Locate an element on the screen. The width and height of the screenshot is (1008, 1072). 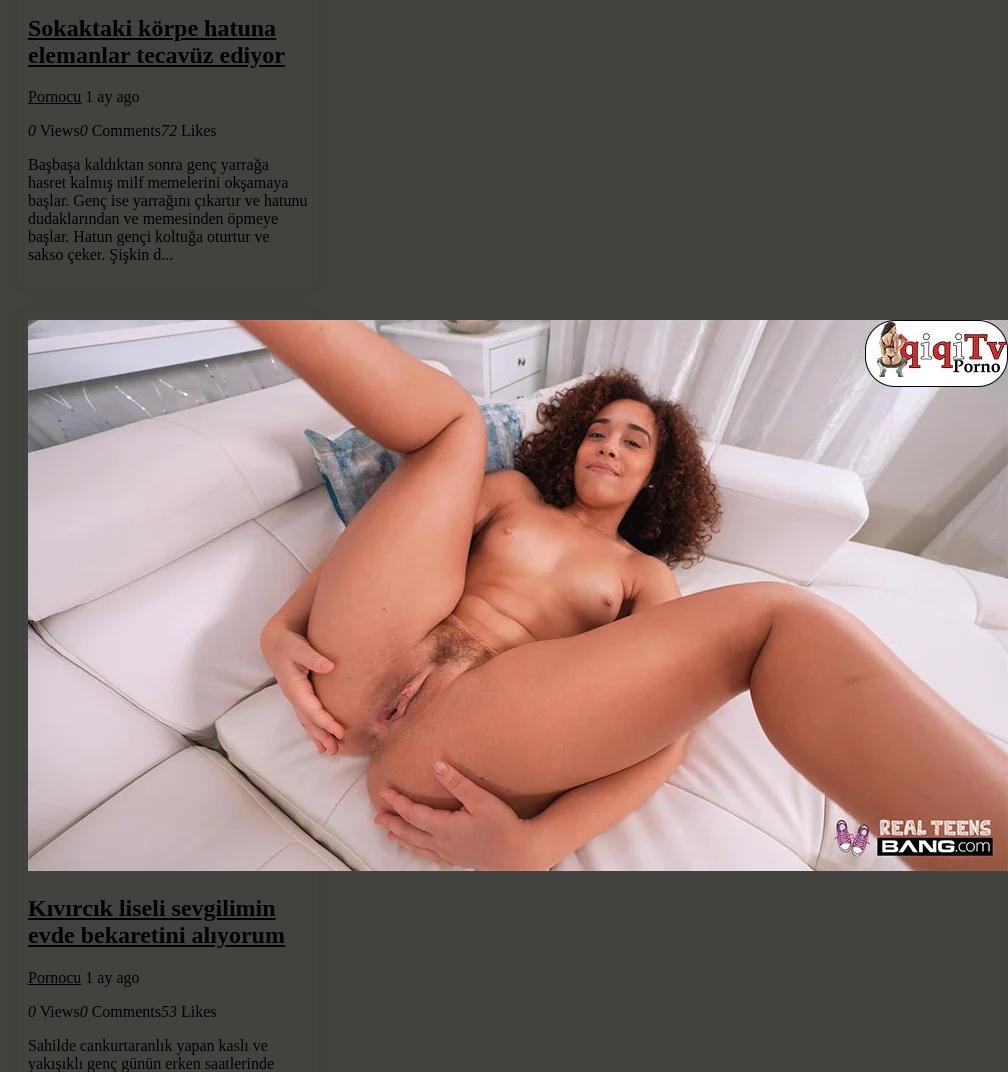
'Başbaşa kaldıktan sonra genç yarrağa hasret kalmış milf memelerini okşamaya başlar. Genç ise yarrağını çıkartır ve hatunu dudaklarından ve memesinden öpmeye başlar. Hatun gençi koltuğa oturtur ve sakso çeker. Şişkin d...' is located at coordinates (167, 209).